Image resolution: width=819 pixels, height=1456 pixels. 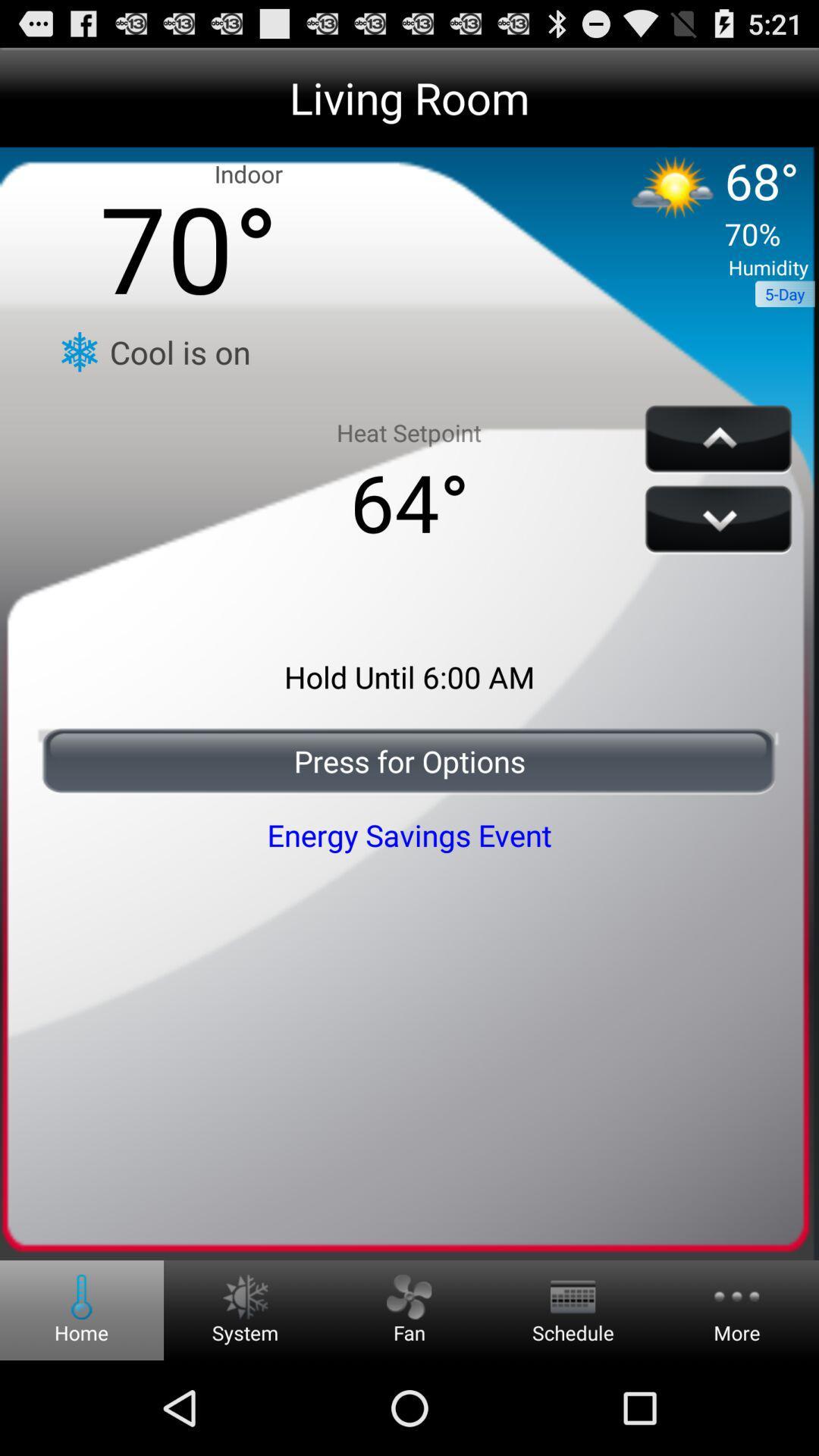 I want to click on press for options icon, so click(x=409, y=761).